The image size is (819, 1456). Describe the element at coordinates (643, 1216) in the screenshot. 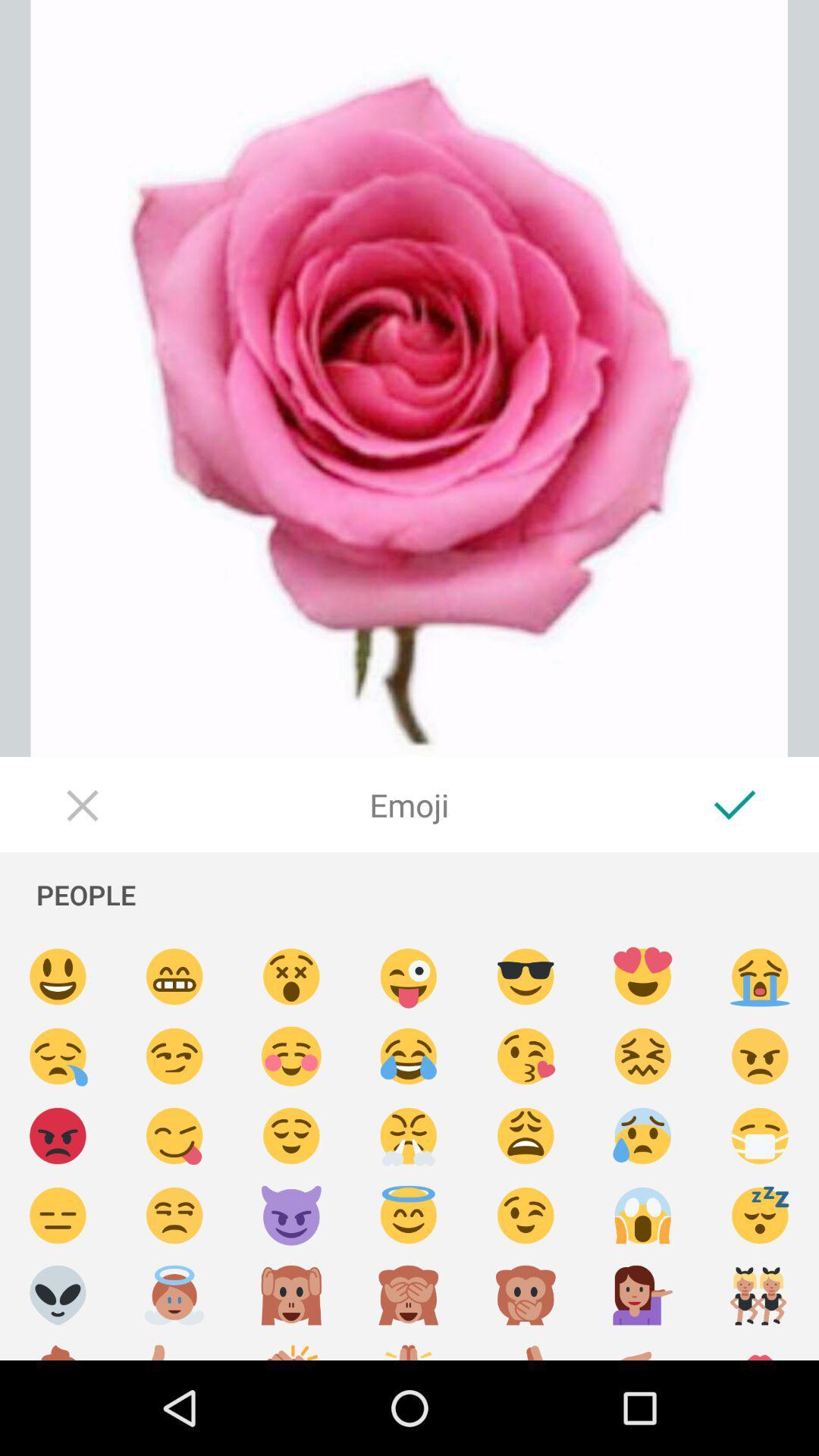

I see `shock` at that location.